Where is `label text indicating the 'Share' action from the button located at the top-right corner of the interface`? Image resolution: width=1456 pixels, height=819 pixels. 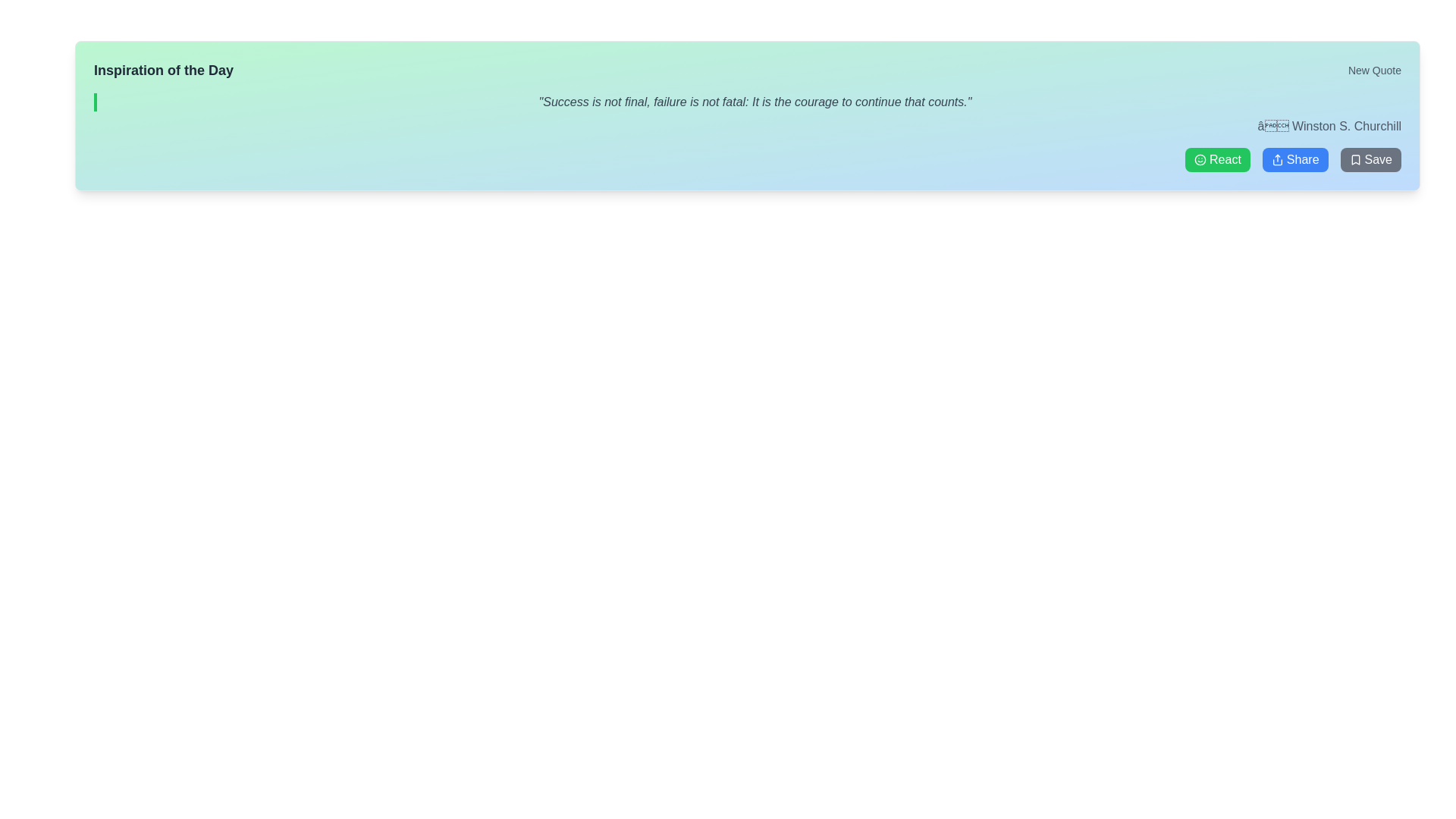 label text indicating the 'Share' action from the button located at the top-right corner of the interface is located at coordinates (1302, 160).